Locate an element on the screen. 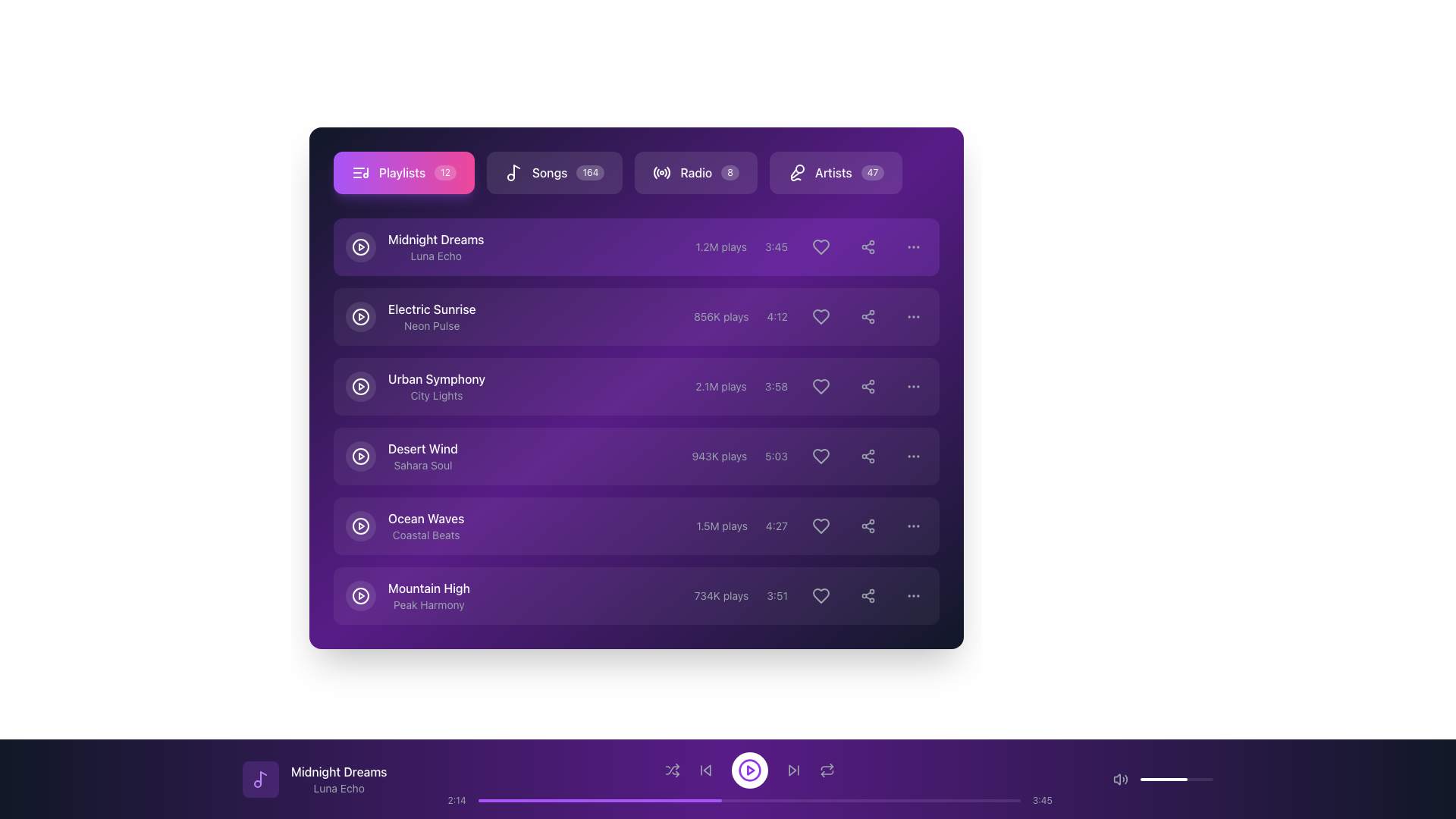  the circular button containing a heart icon outlined with a light gray stroke against a dark purple background is located at coordinates (821, 315).